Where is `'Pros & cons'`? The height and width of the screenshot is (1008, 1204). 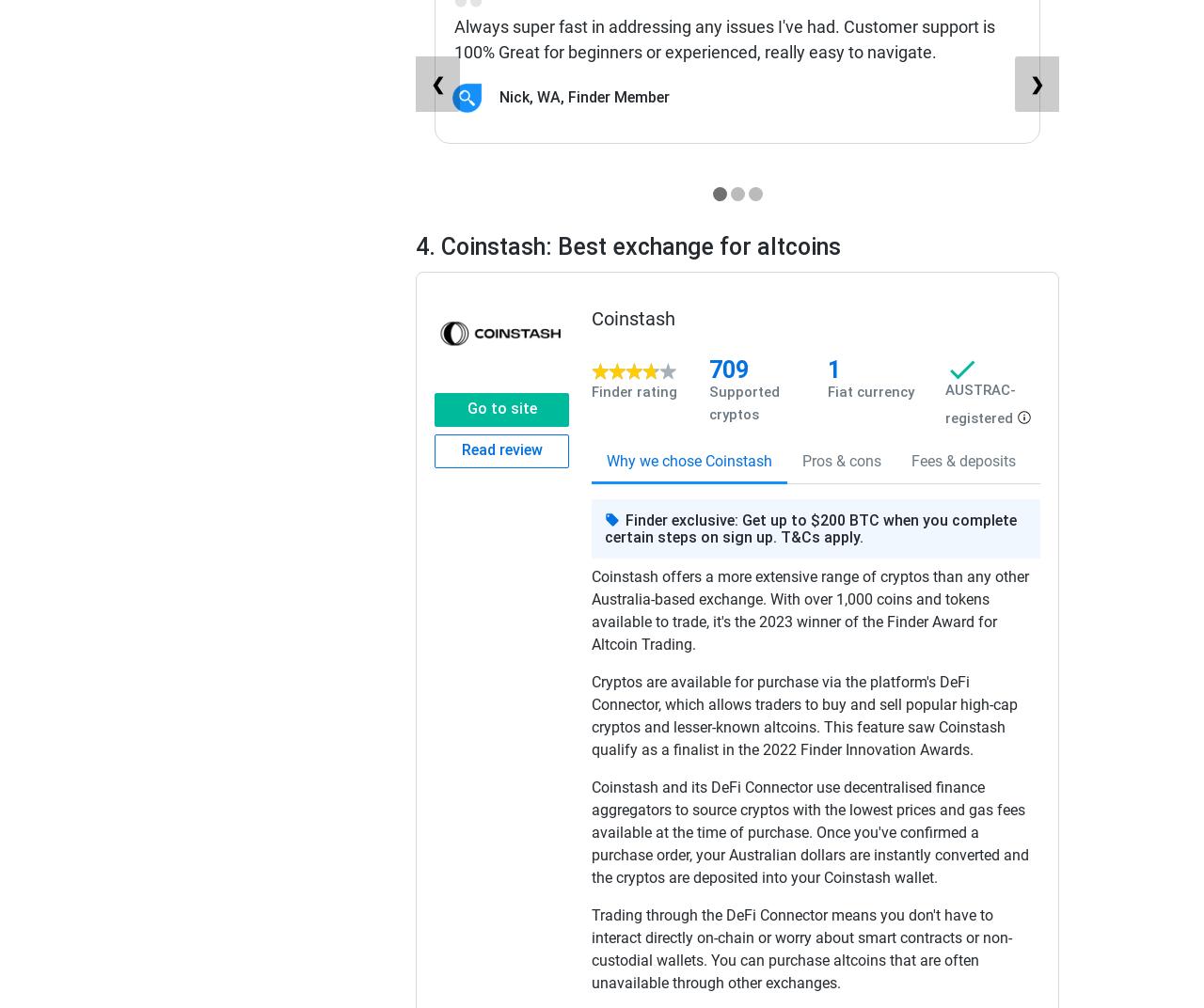
'Pros & cons' is located at coordinates (840, 461).